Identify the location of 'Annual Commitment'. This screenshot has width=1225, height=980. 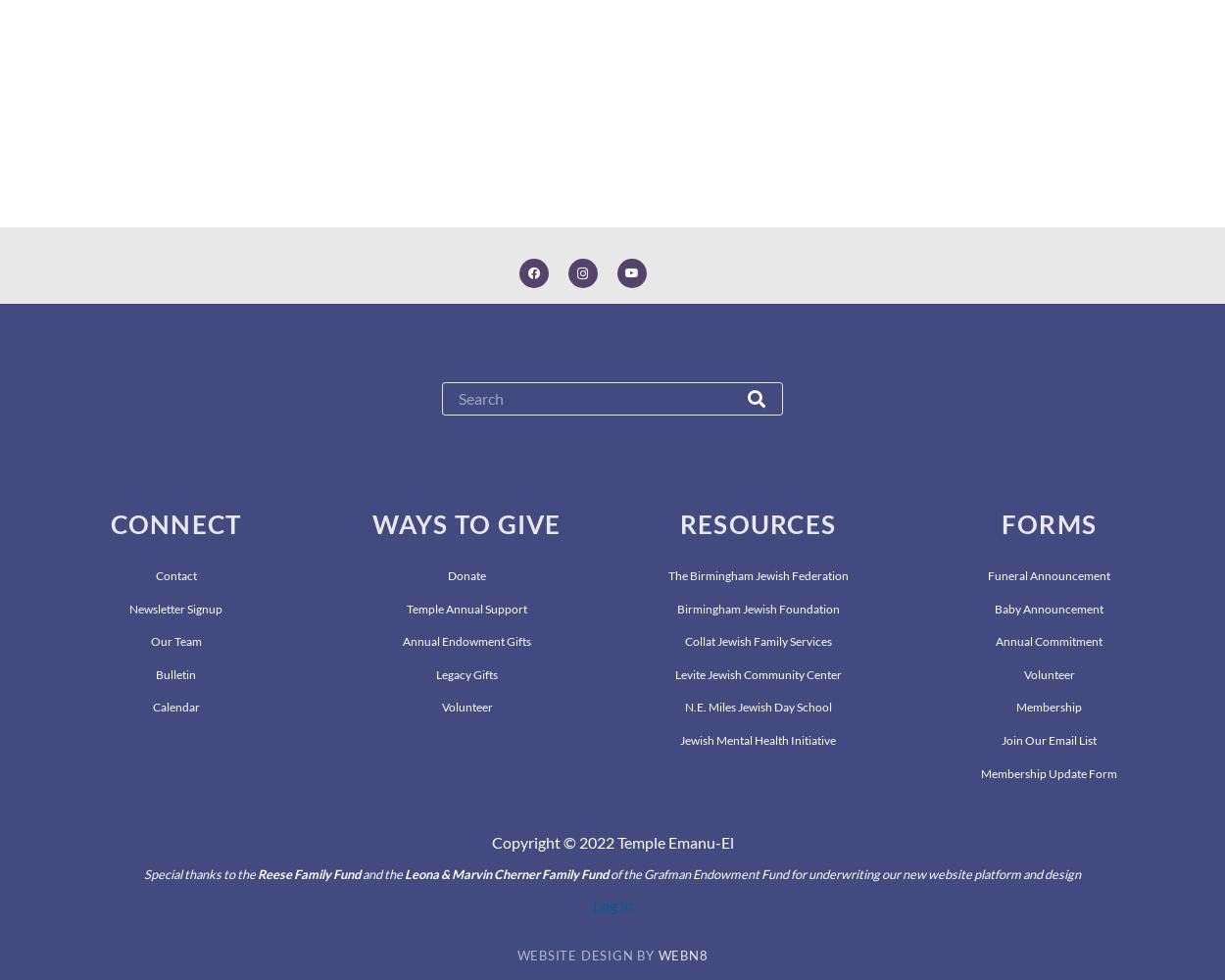
(1048, 641).